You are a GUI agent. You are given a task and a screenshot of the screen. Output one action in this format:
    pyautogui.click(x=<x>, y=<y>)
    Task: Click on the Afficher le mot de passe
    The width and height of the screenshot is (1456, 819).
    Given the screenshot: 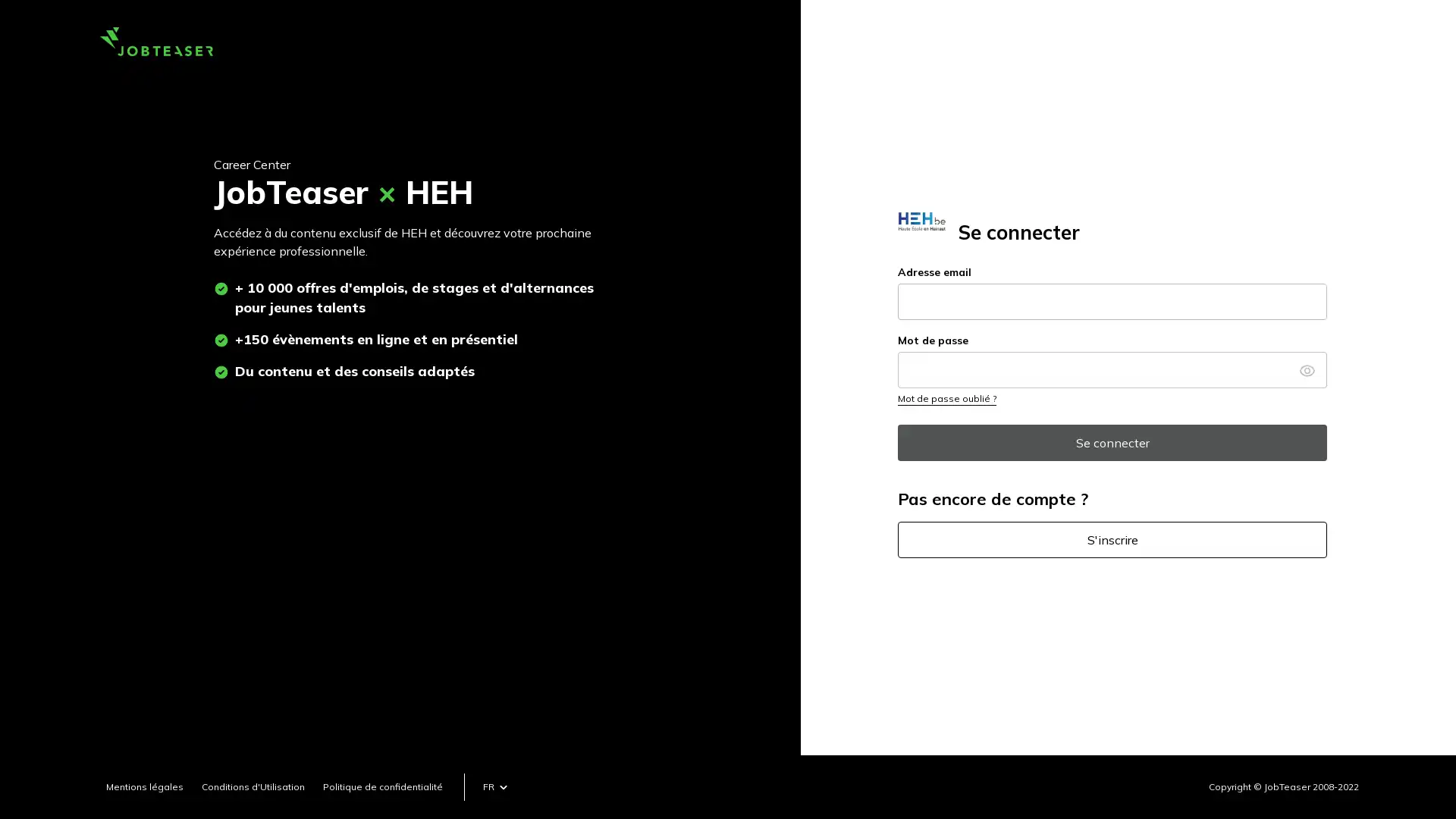 What is the action you would take?
    pyautogui.click(x=1306, y=369)
    